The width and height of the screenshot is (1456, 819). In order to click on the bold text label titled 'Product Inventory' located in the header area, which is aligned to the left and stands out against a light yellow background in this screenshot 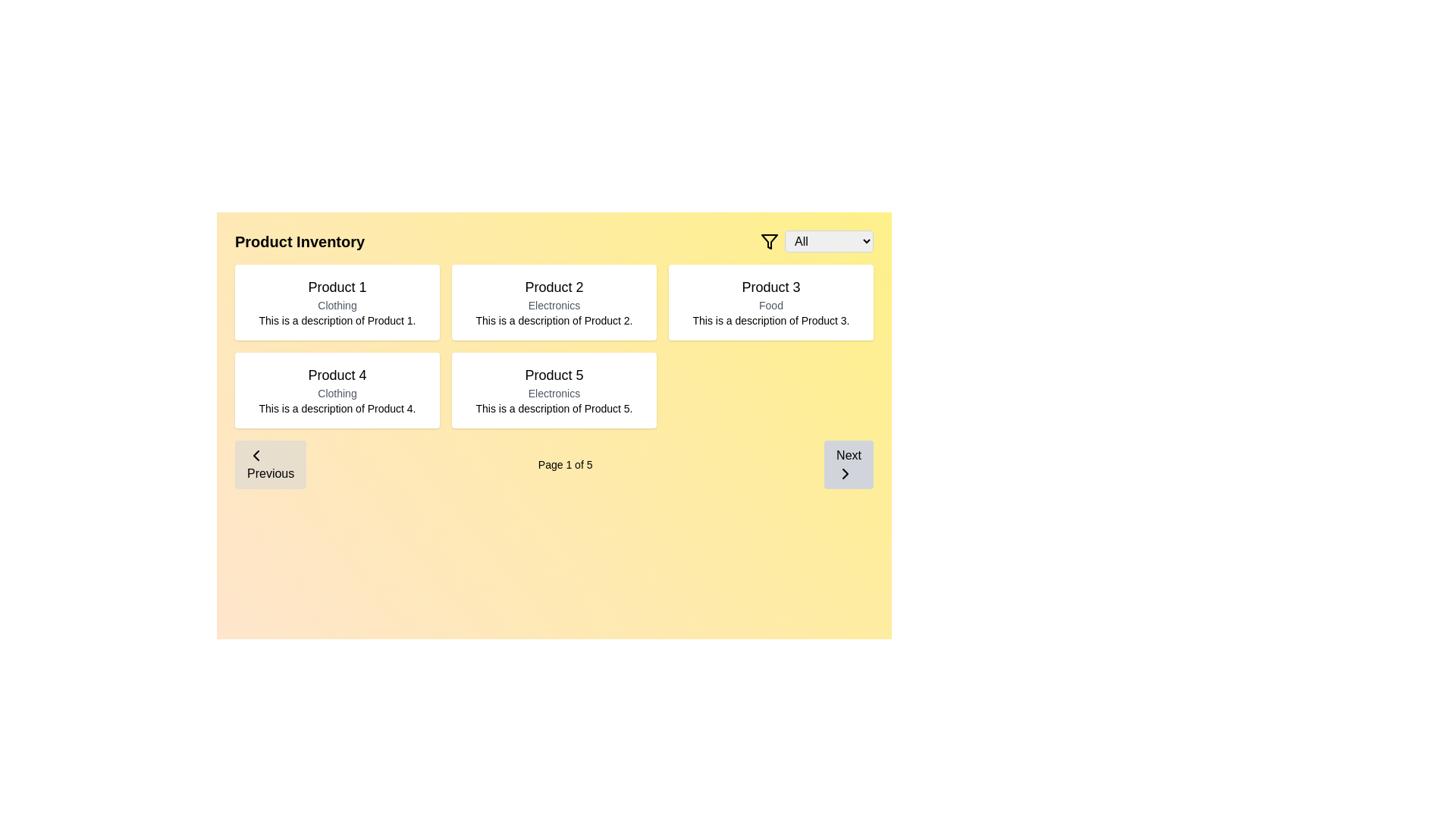, I will do `click(300, 240)`.